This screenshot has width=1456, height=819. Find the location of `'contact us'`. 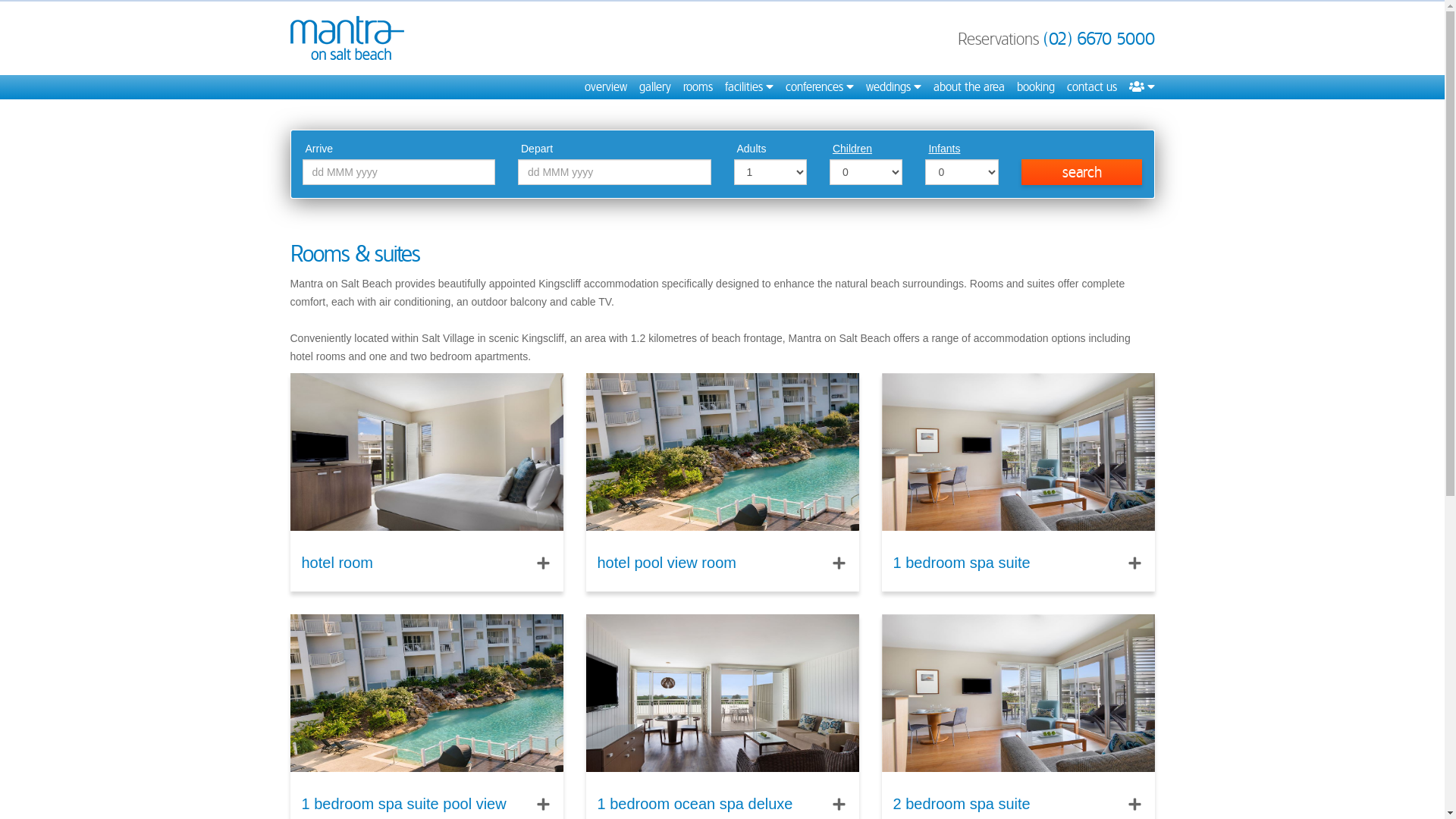

'contact us' is located at coordinates (1065, 87).